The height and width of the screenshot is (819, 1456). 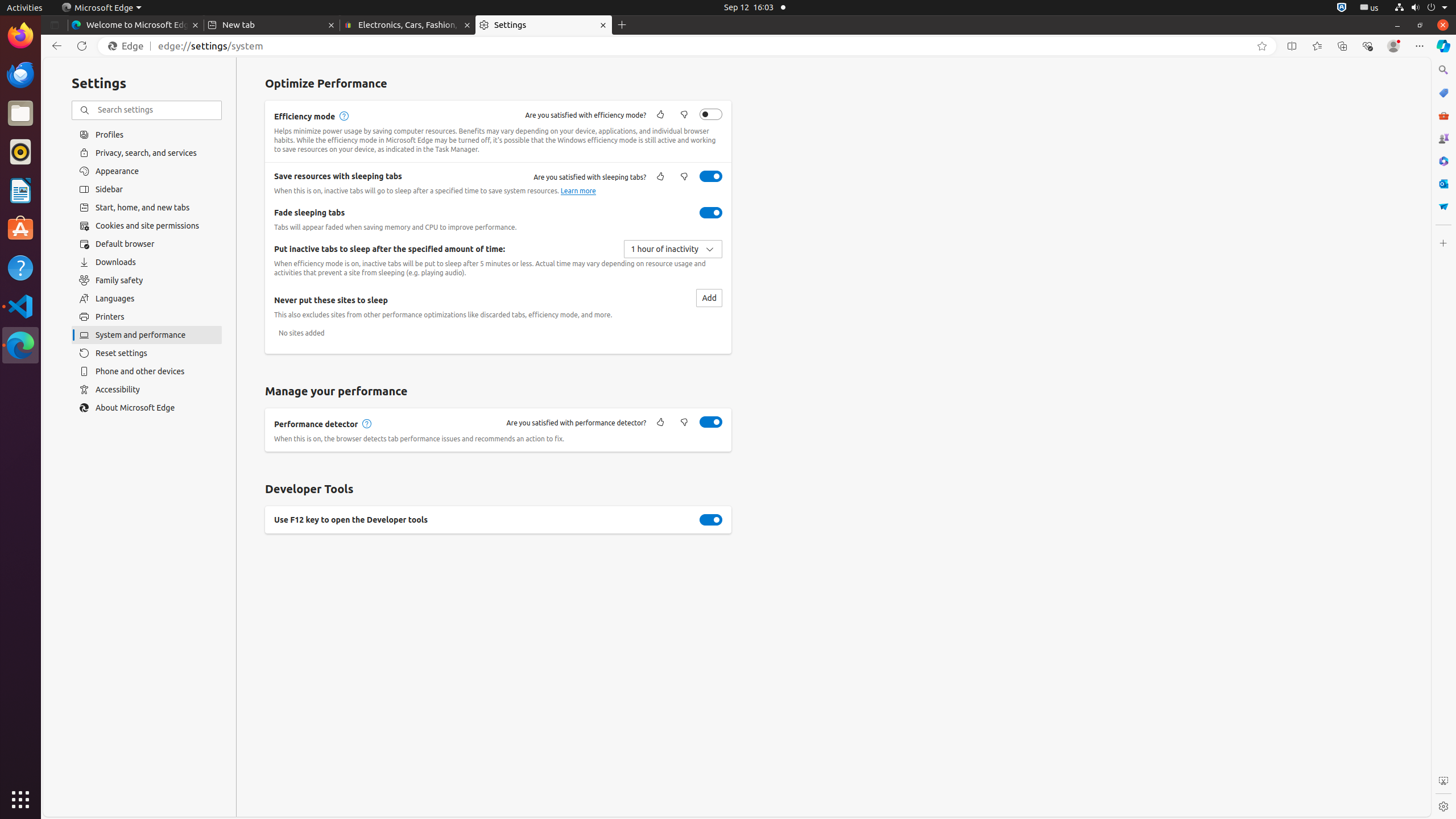 I want to click on 'Settings', so click(x=543, y=24).